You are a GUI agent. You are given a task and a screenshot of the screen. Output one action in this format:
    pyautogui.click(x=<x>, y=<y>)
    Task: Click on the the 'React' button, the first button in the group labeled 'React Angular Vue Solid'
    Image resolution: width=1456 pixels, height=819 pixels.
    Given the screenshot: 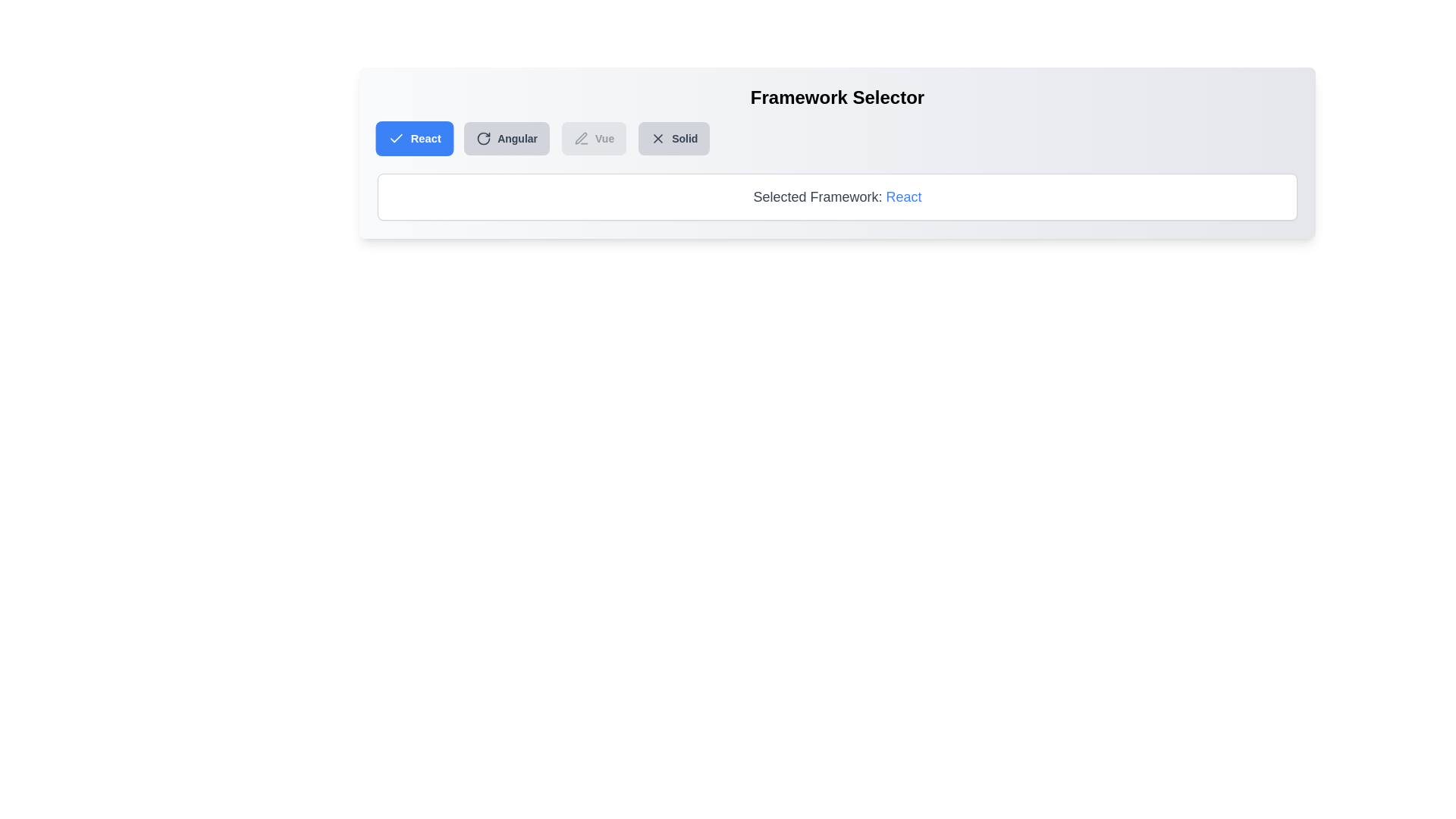 What is the action you would take?
    pyautogui.click(x=415, y=138)
    